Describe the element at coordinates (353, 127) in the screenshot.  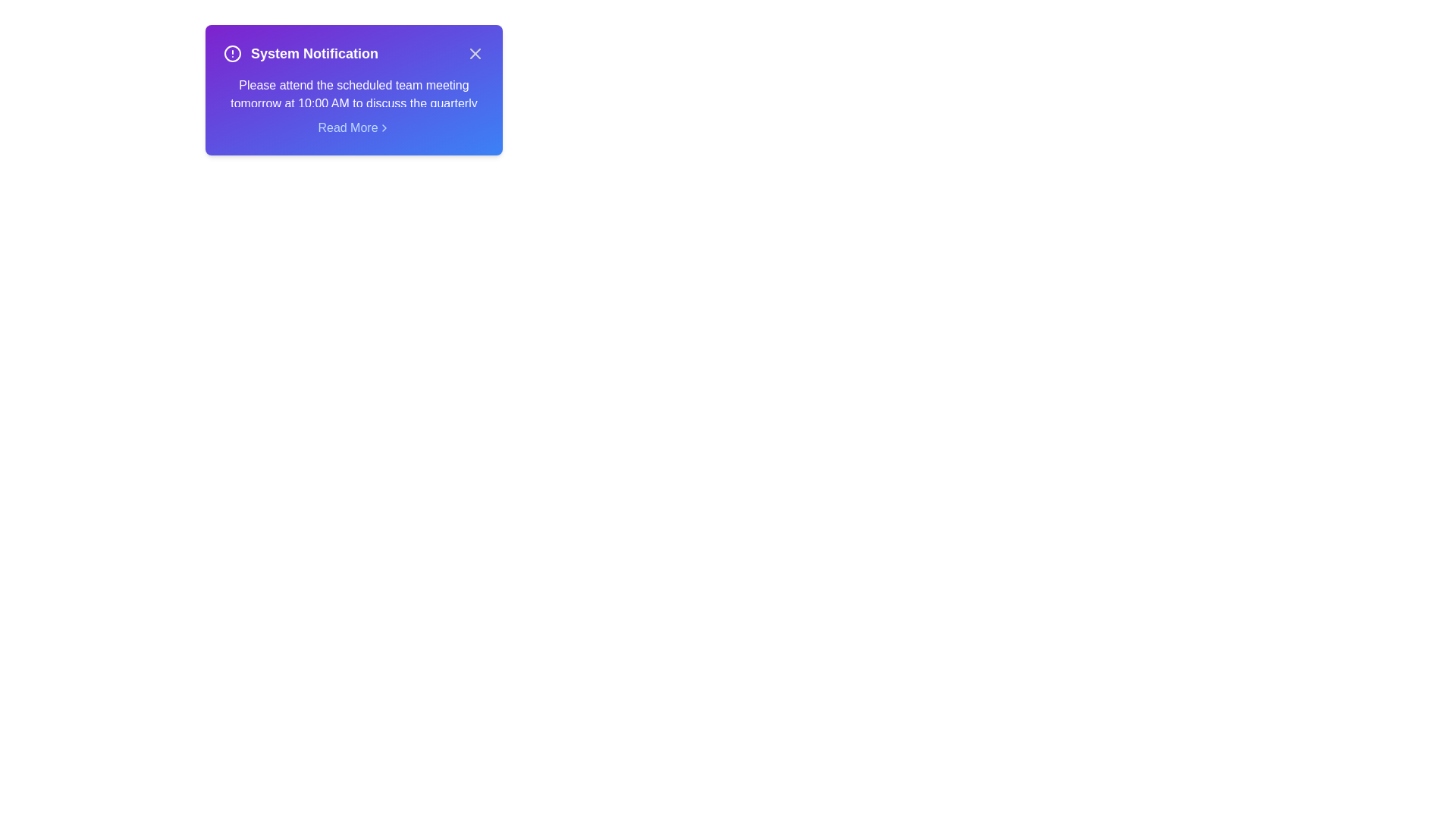
I see `'Read More' button to expand the content` at that location.